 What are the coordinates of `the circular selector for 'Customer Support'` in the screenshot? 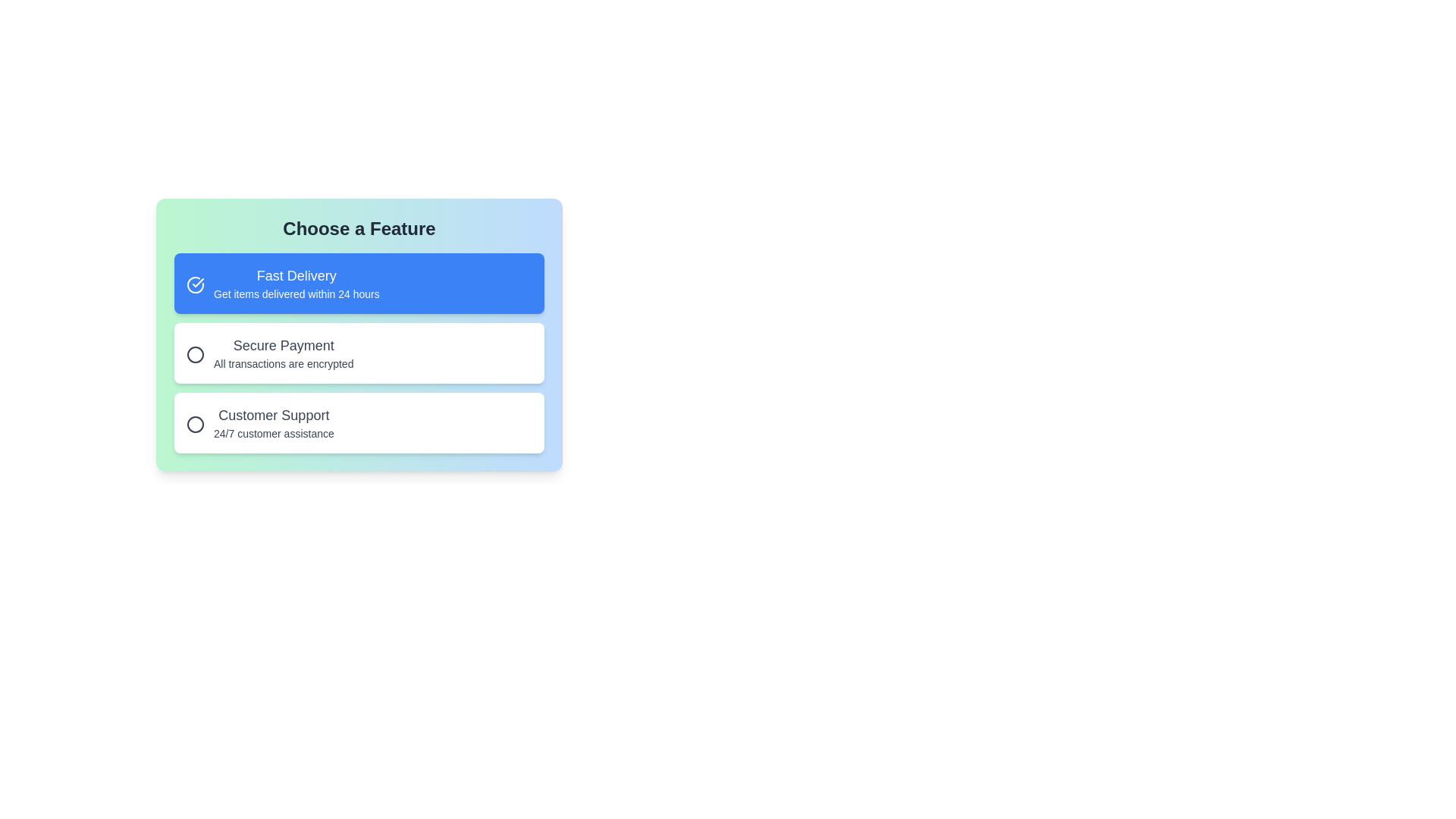 It's located at (195, 424).